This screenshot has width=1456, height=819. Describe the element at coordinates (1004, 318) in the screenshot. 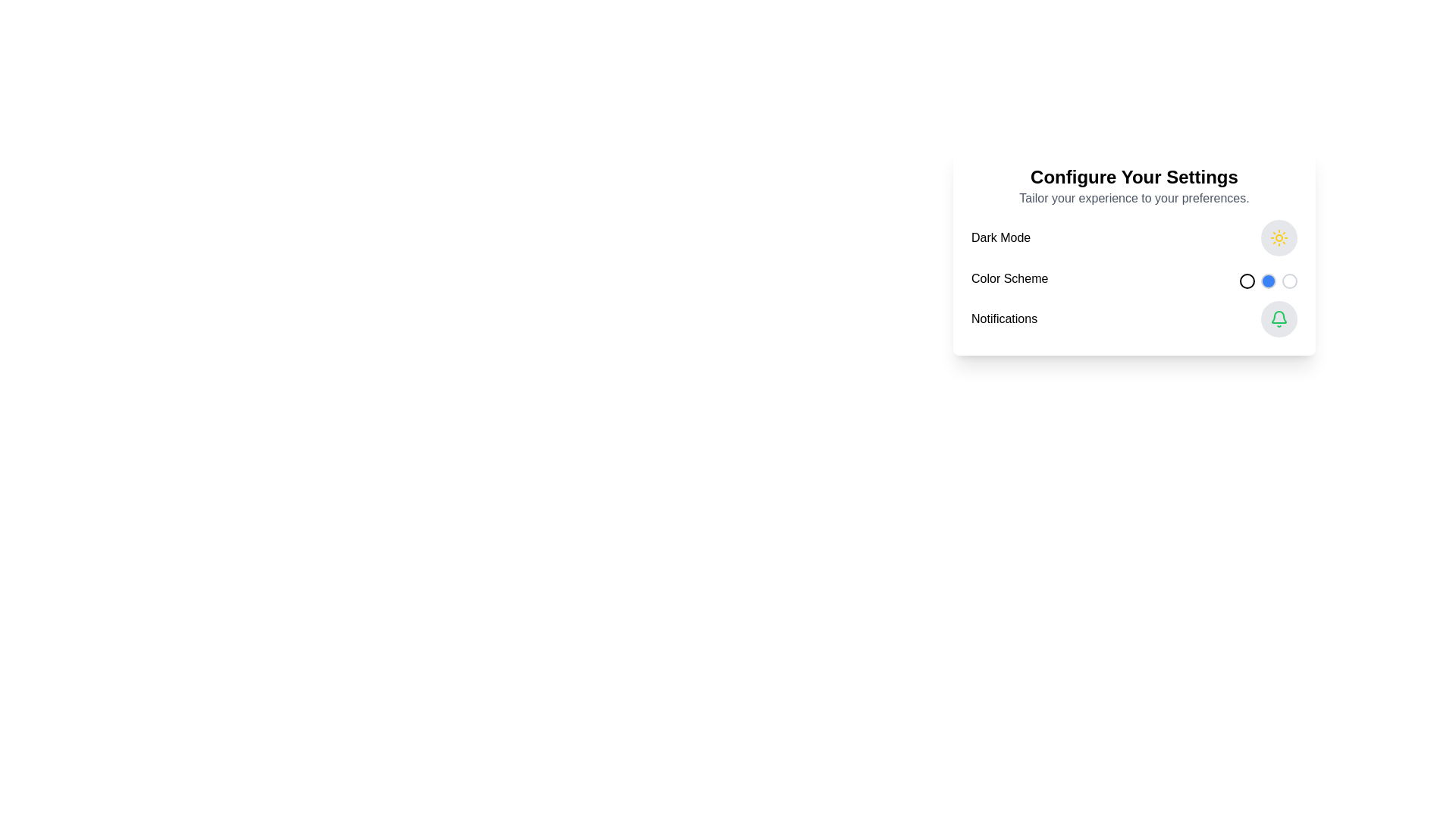

I see `the text label indicating the notifications section, located below the 'Color Scheme' option and aligned with other text elements in the card` at that location.